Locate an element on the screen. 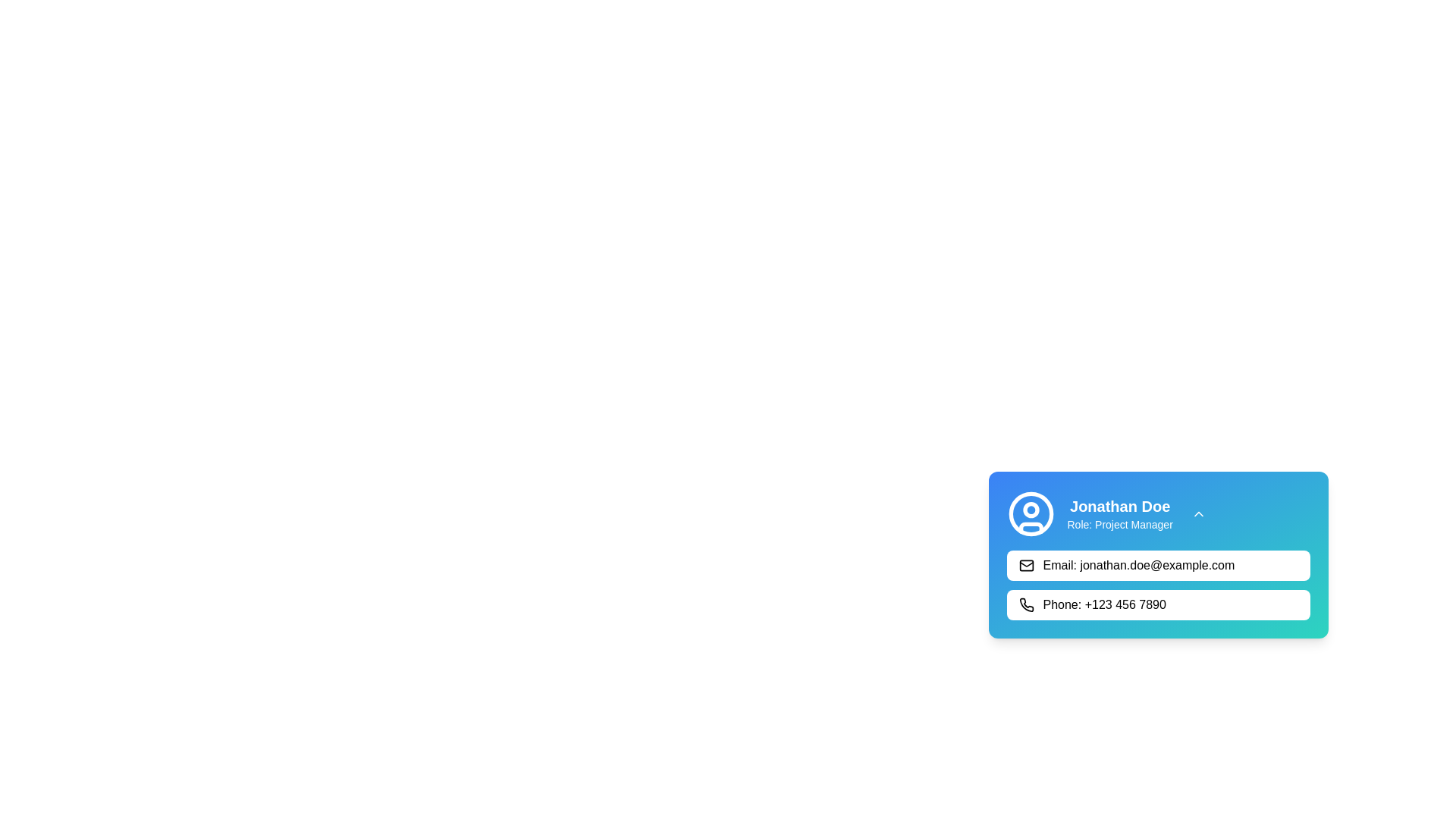 This screenshot has width=1456, height=819. the clickable information block displaying the contact email of user Jonathan Doe is located at coordinates (1157, 565).